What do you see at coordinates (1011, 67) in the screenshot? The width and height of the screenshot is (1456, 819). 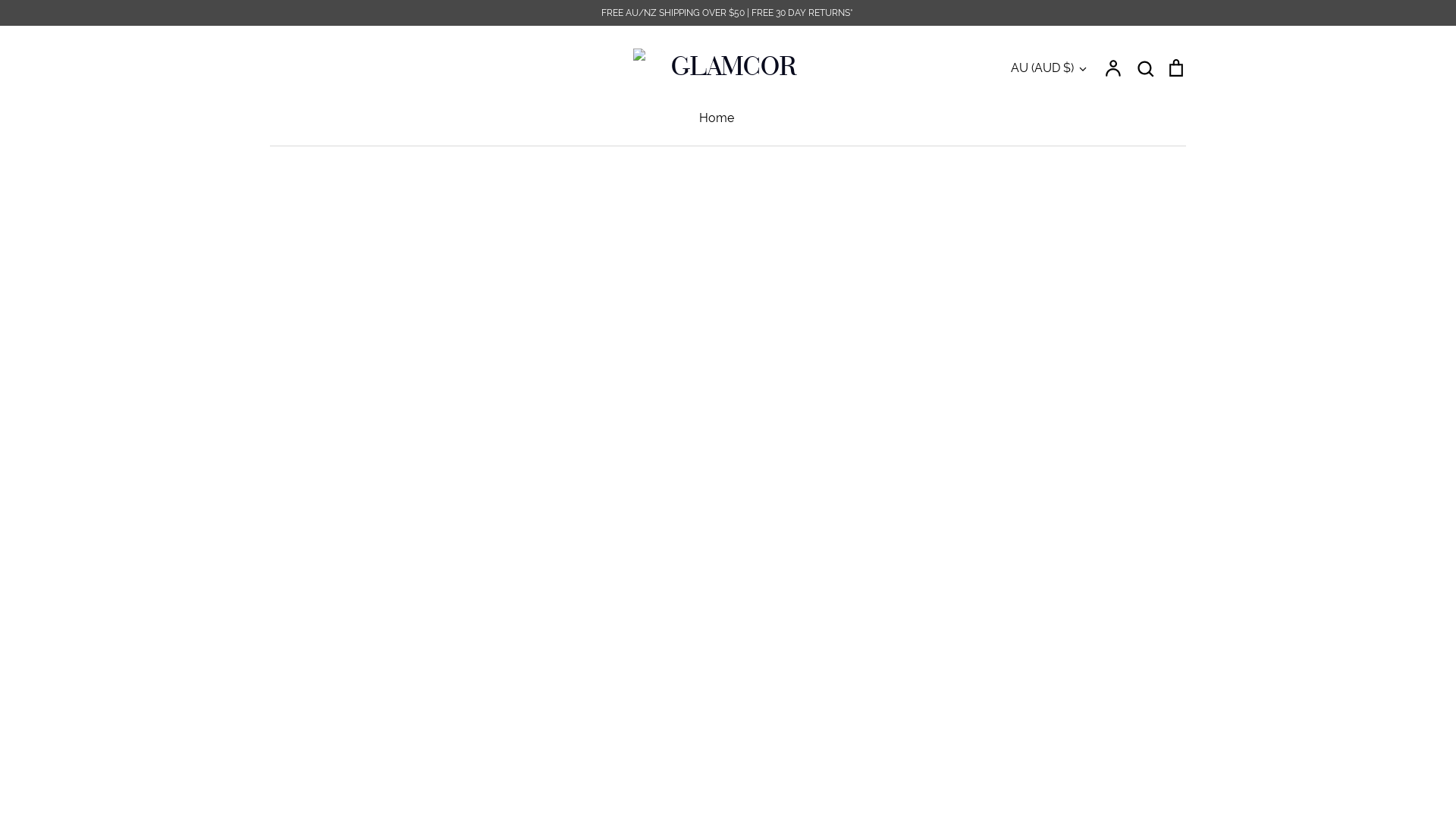 I see `'AU (AUD $)'` at bounding box center [1011, 67].